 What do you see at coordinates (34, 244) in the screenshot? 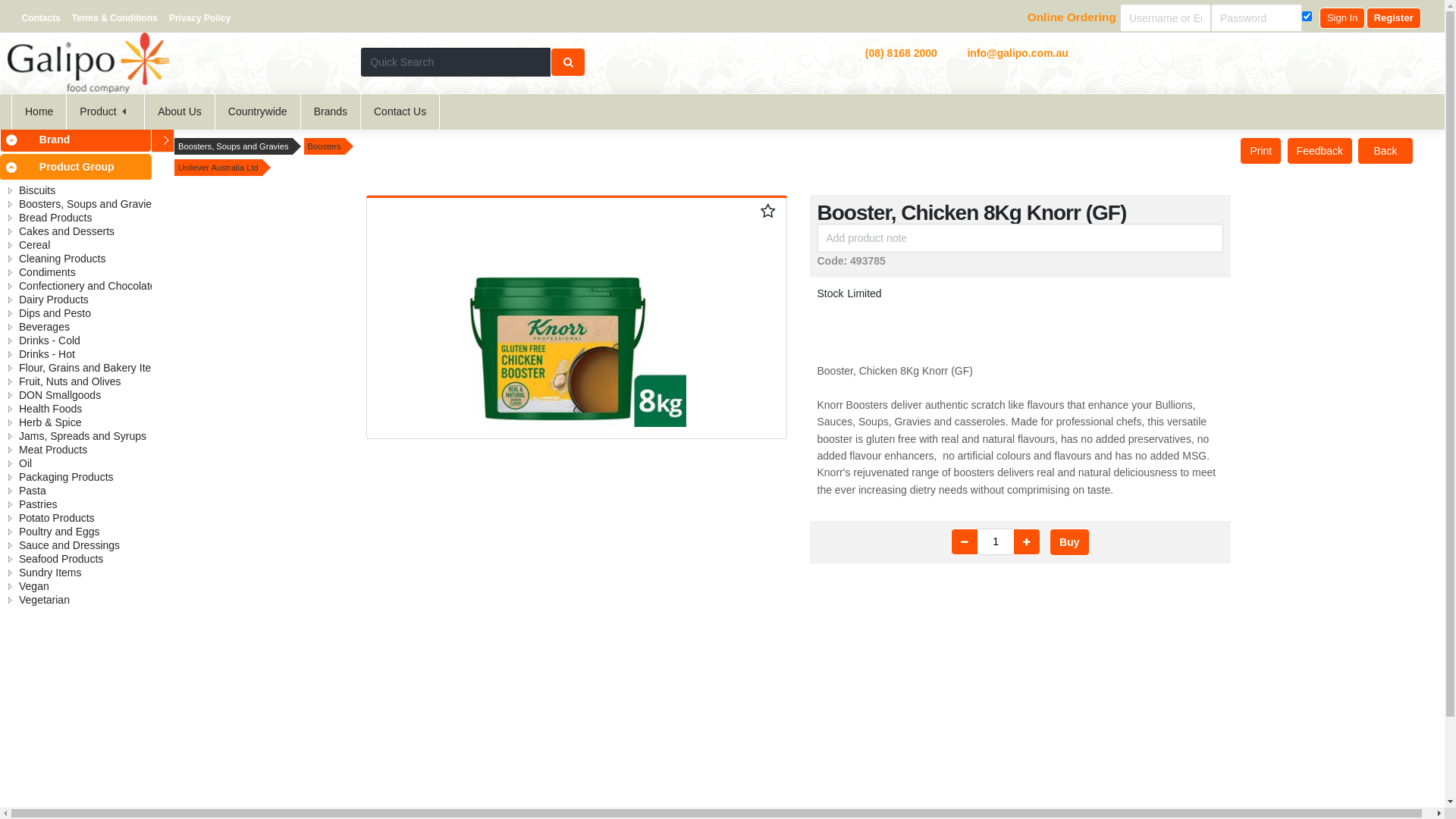
I see `'Cereal'` at bounding box center [34, 244].